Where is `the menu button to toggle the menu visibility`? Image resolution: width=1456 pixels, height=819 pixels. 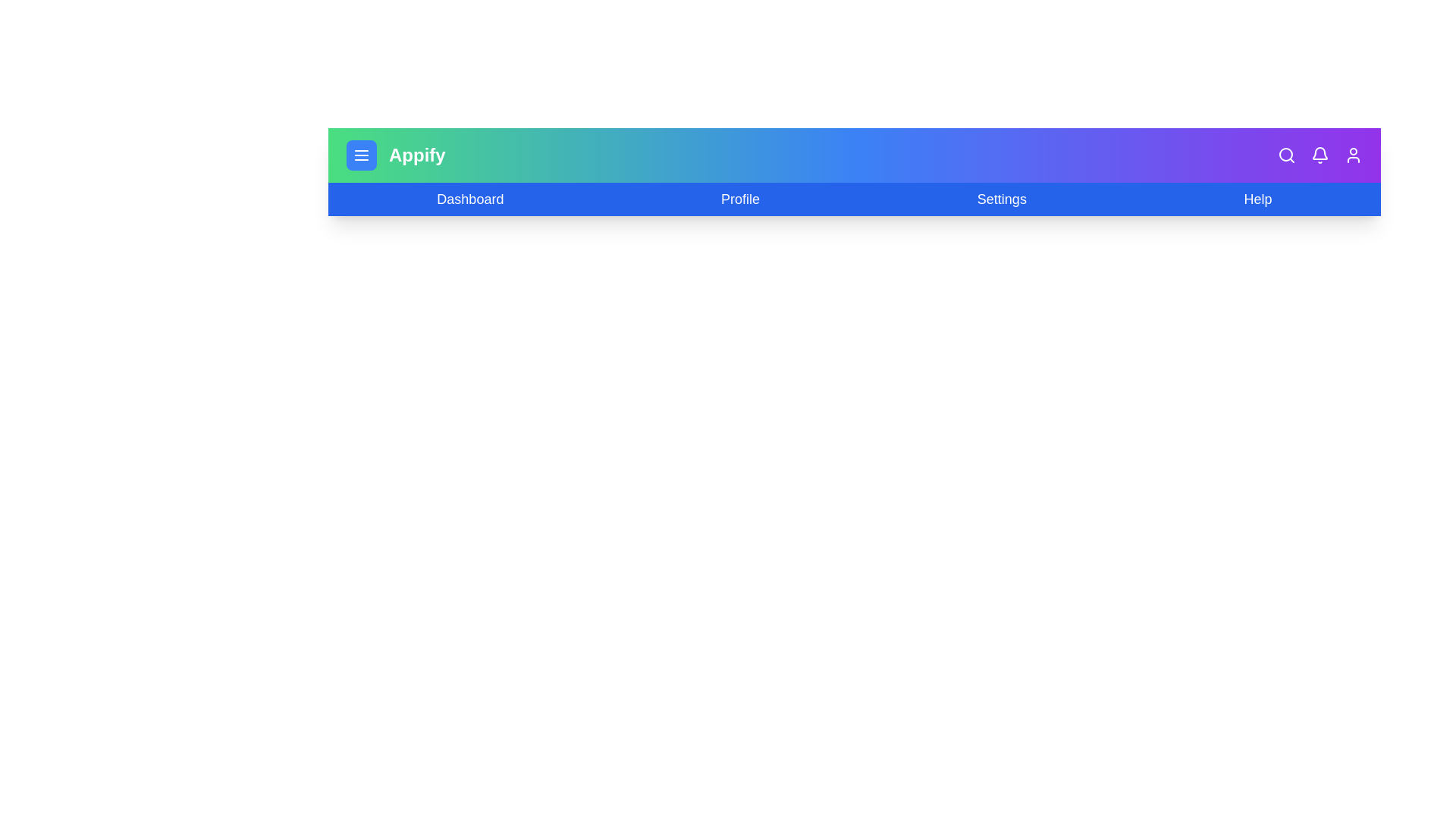 the menu button to toggle the menu visibility is located at coordinates (360, 155).